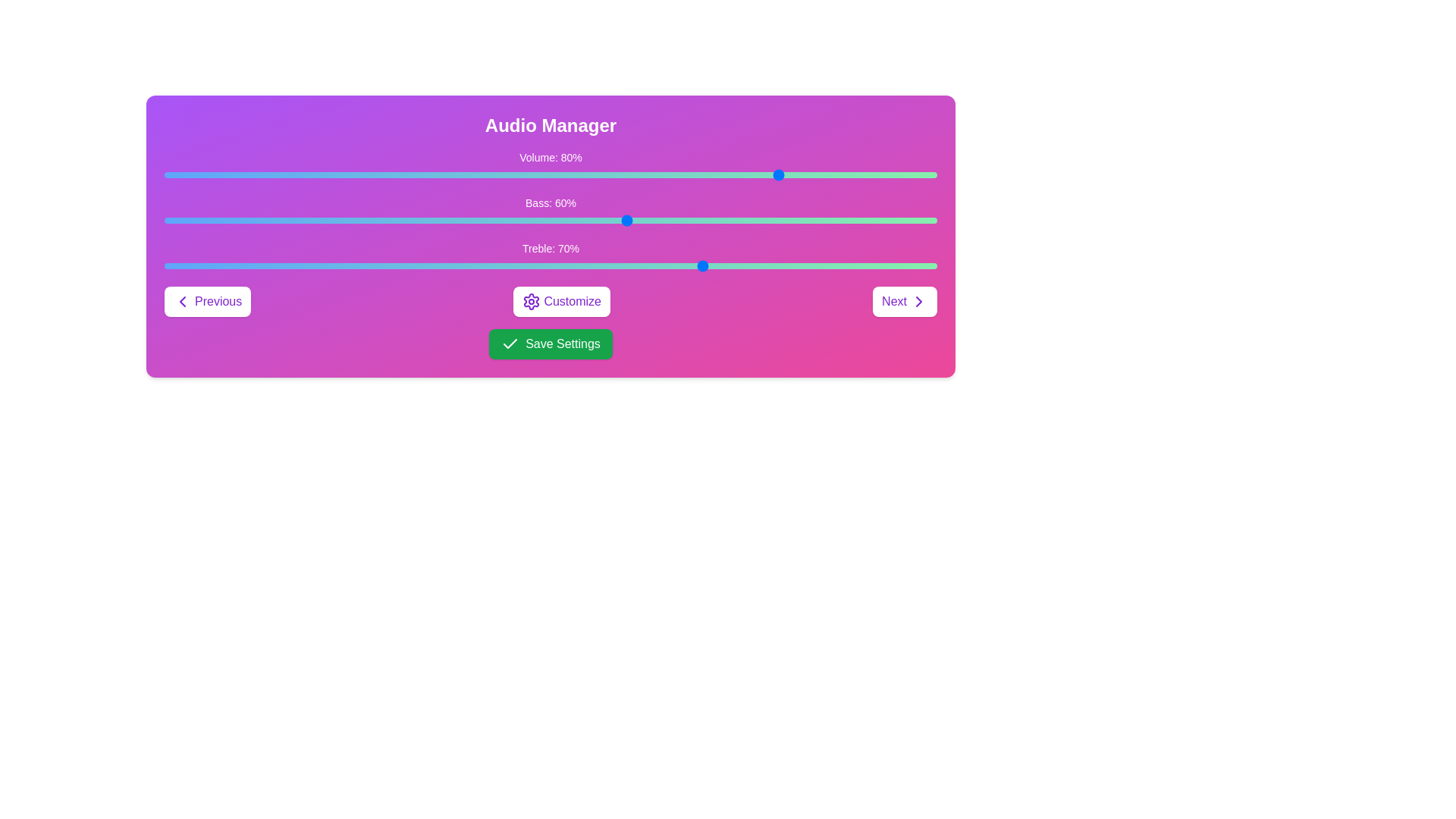 This screenshot has width=1456, height=819. Describe the element at coordinates (905, 301) in the screenshot. I see `the 'Next' button located at the bottom right section of the UI to proceed to the next step` at that location.